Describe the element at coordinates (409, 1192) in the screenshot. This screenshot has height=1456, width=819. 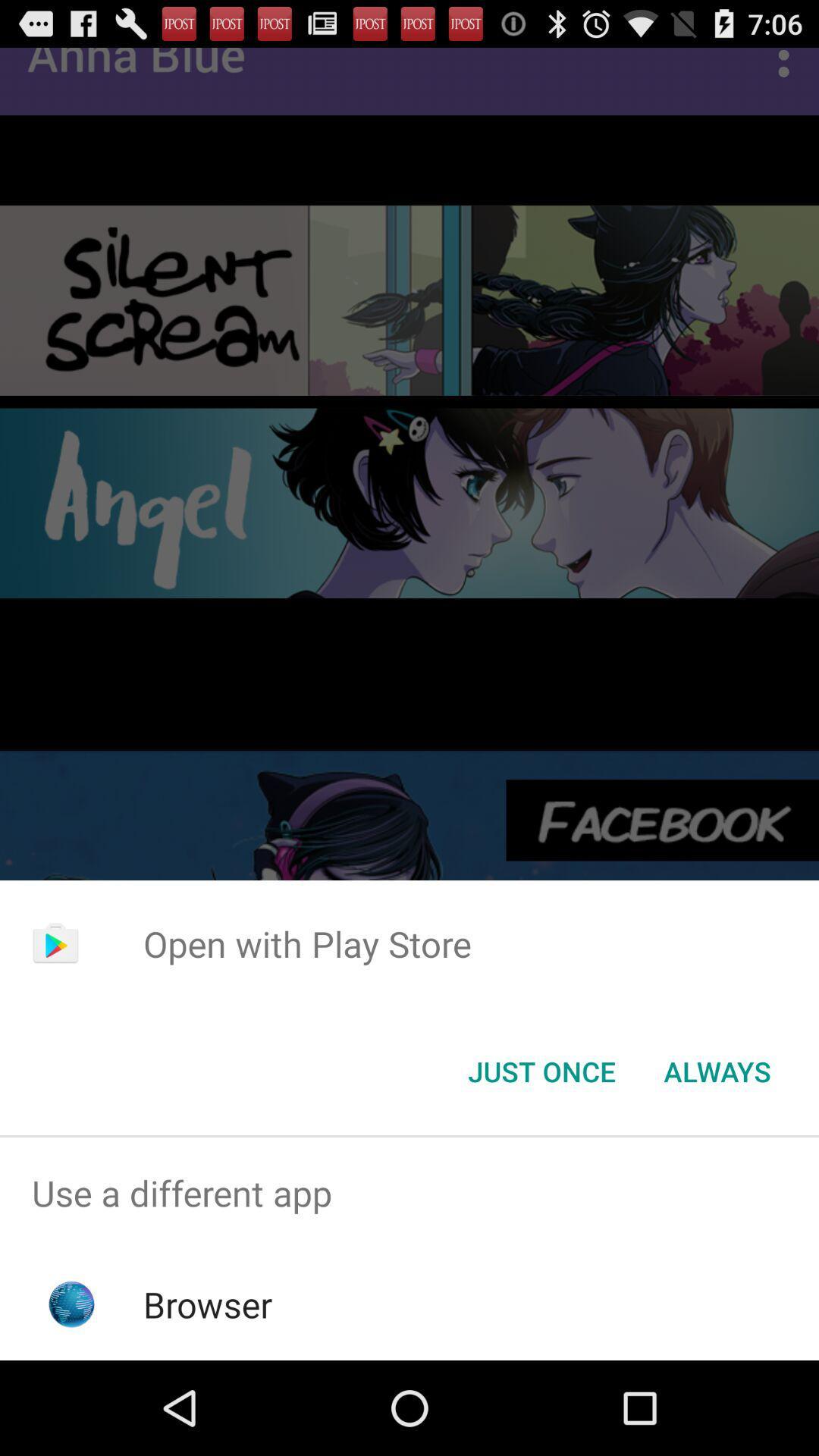
I see `the use a different app` at that location.